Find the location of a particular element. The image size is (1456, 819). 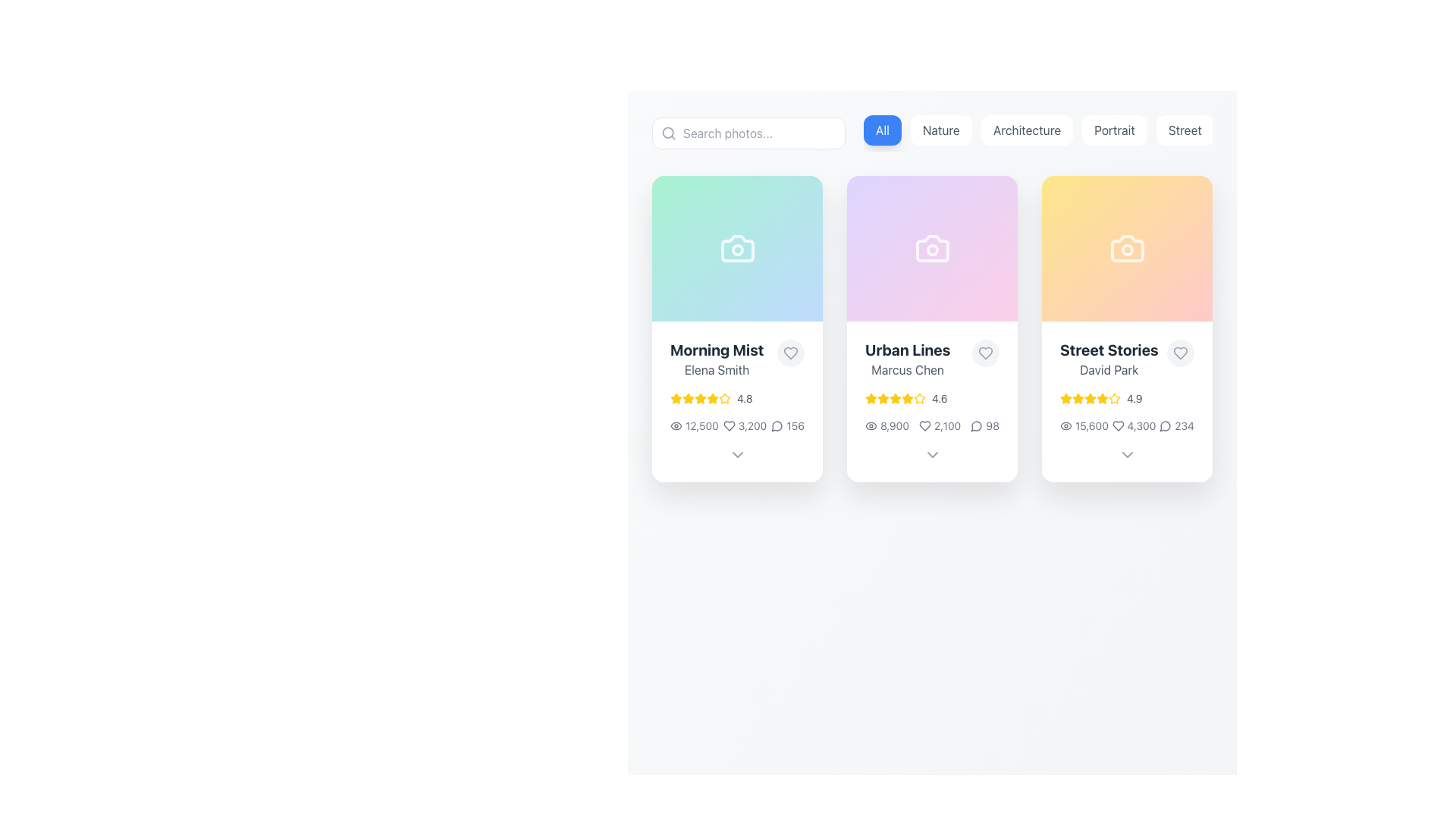

the related link nearby the 'Street Stories' text block, which is the primary title and author text block located inside the third card in a row of three cards is located at coordinates (1109, 359).